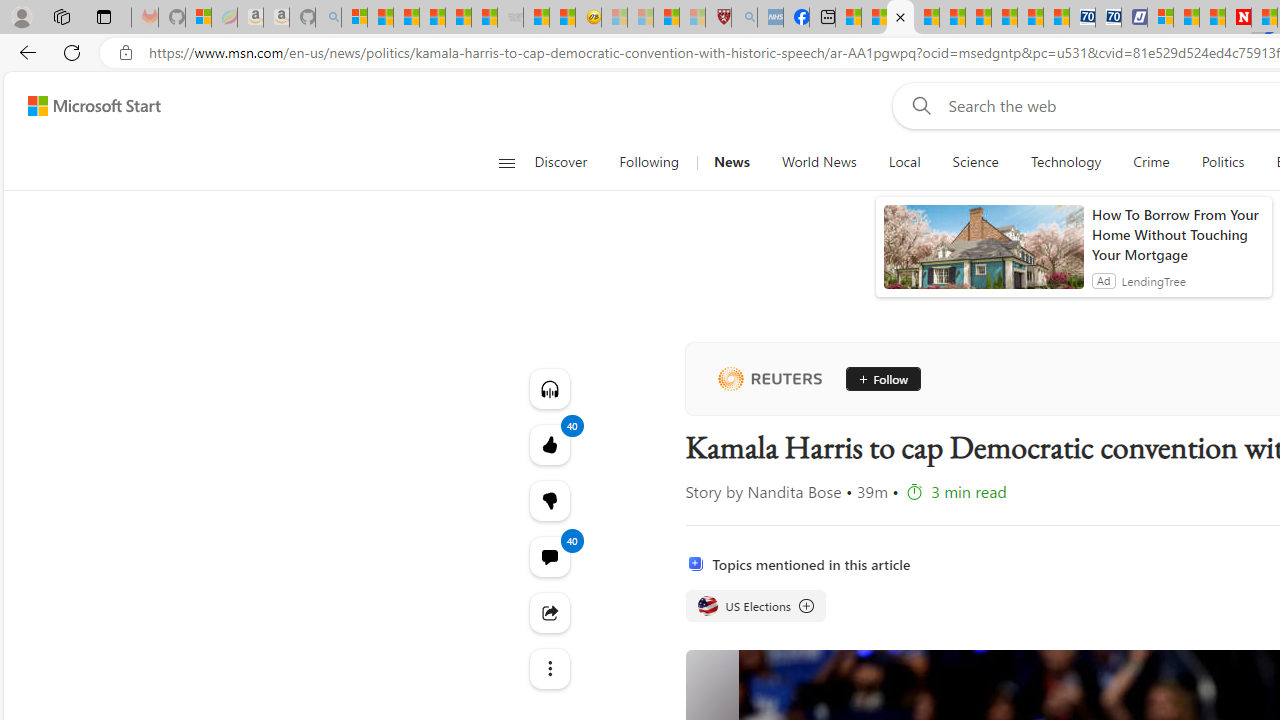 The image size is (1280, 720). Describe the element at coordinates (975, 162) in the screenshot. I see `'Science'` at that location.